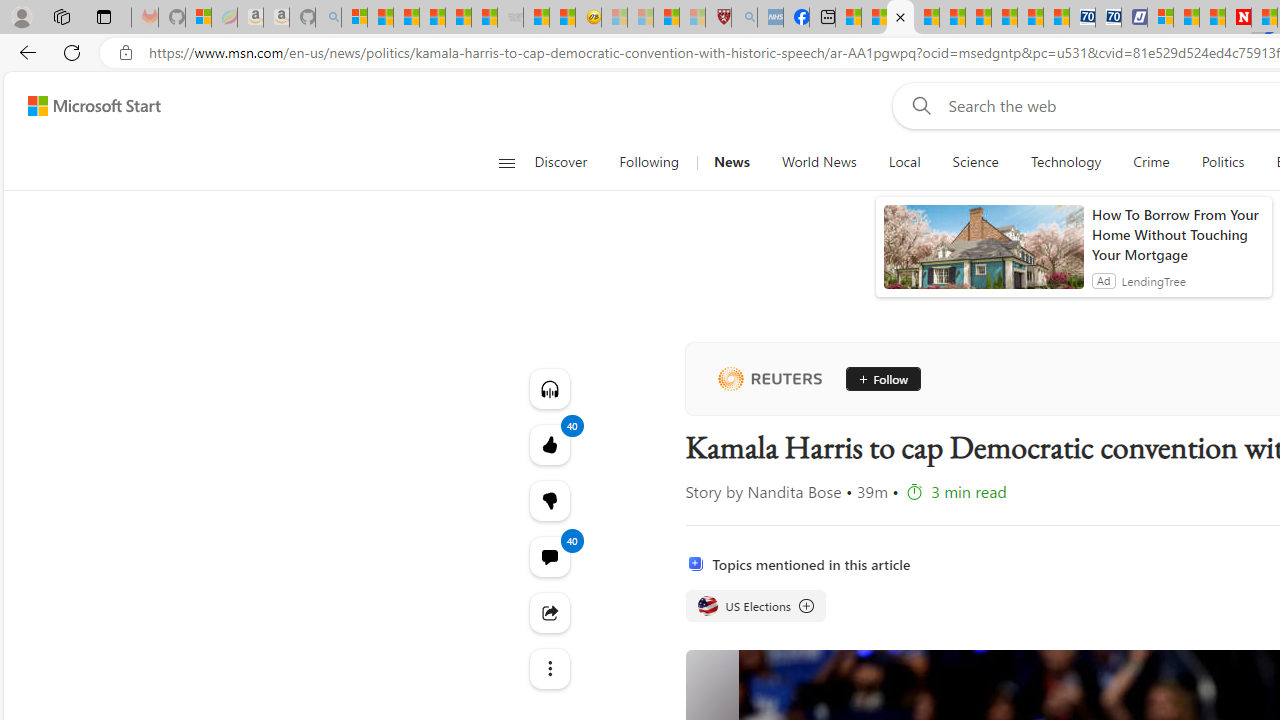 The image size is (1280, 720). Describe the element at coordinates (975, 162) in the screenshot. I see `'Science'` at that location.